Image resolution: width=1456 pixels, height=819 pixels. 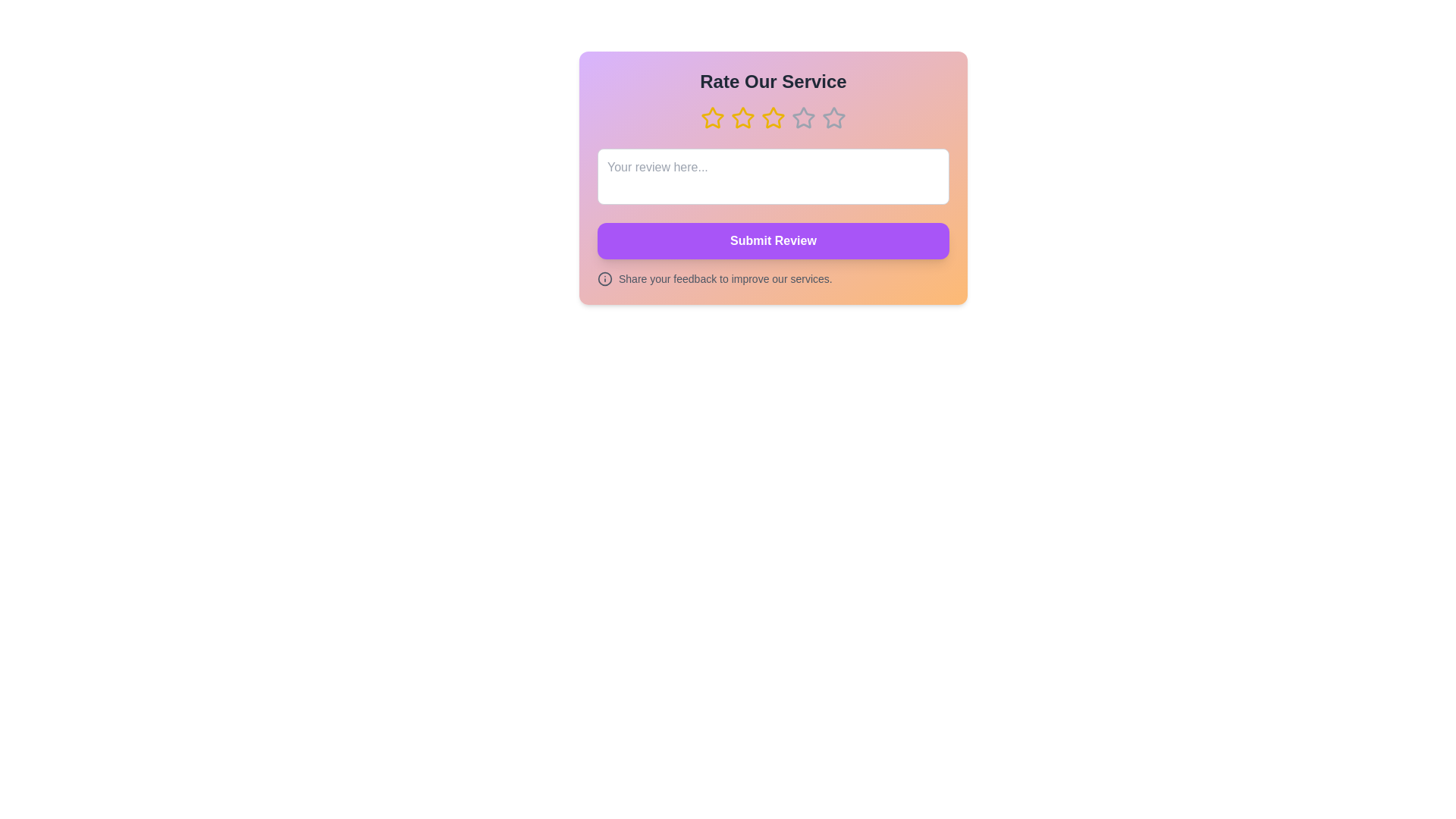 What do you see at coordinates (773, 117) in the screenshot?
I see `across the row of star icons in the Rating component` at bounding box center [773, 117].